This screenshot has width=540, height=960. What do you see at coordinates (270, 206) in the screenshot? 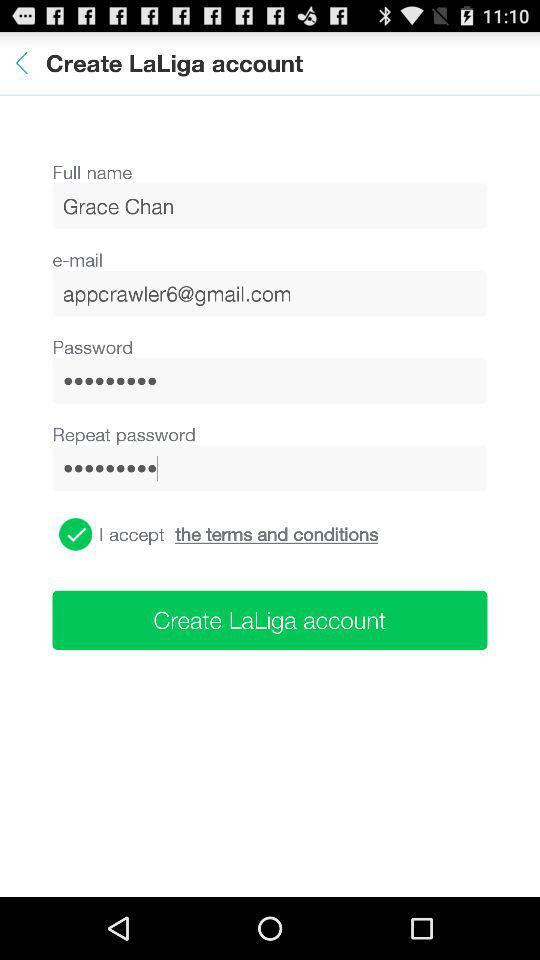
I see `the icon above the e-mail icon` at bounding box center [270, 206].